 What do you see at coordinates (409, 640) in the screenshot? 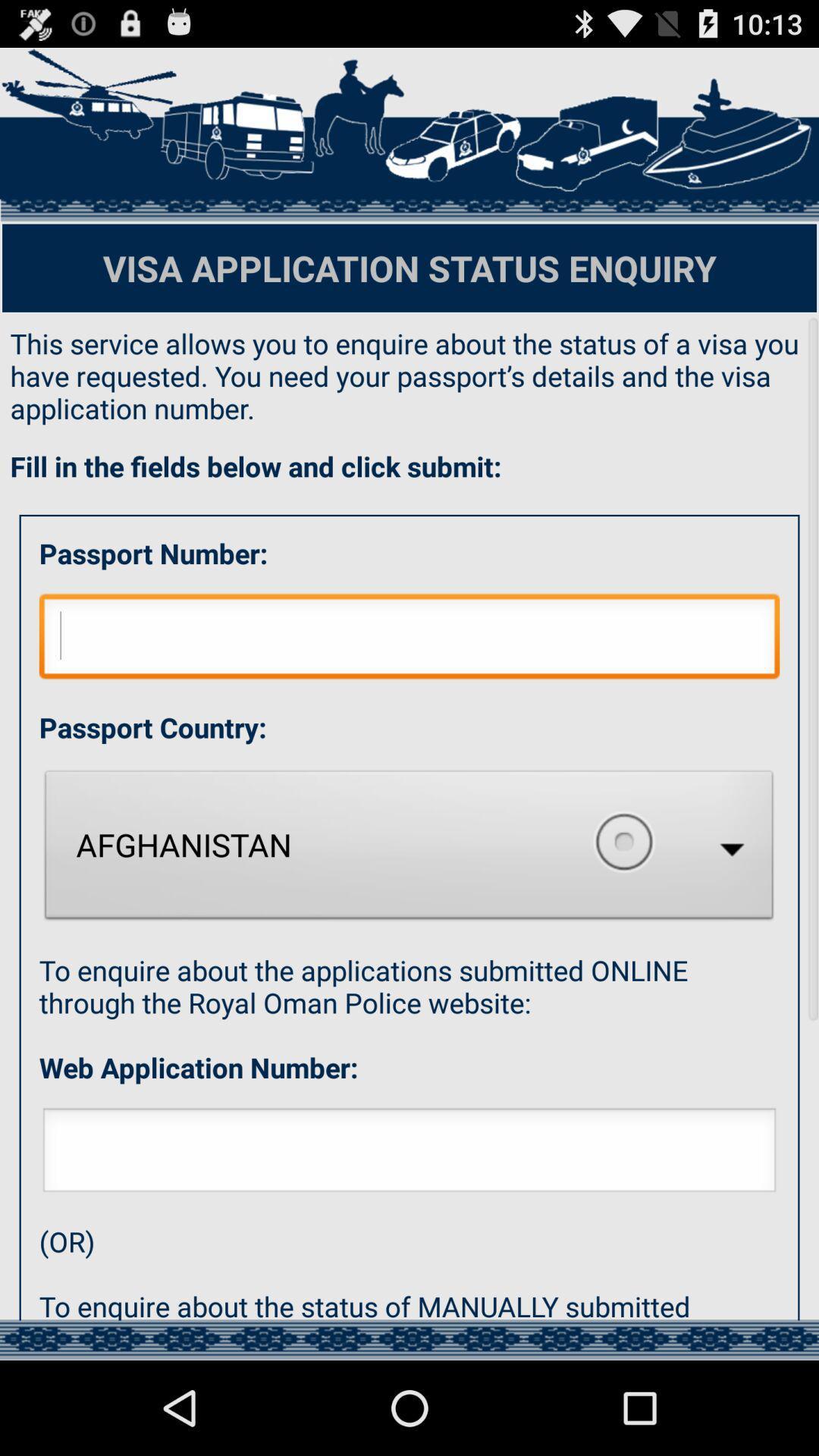
I see `shows enter passport number area` at bounding box center [409, 640].